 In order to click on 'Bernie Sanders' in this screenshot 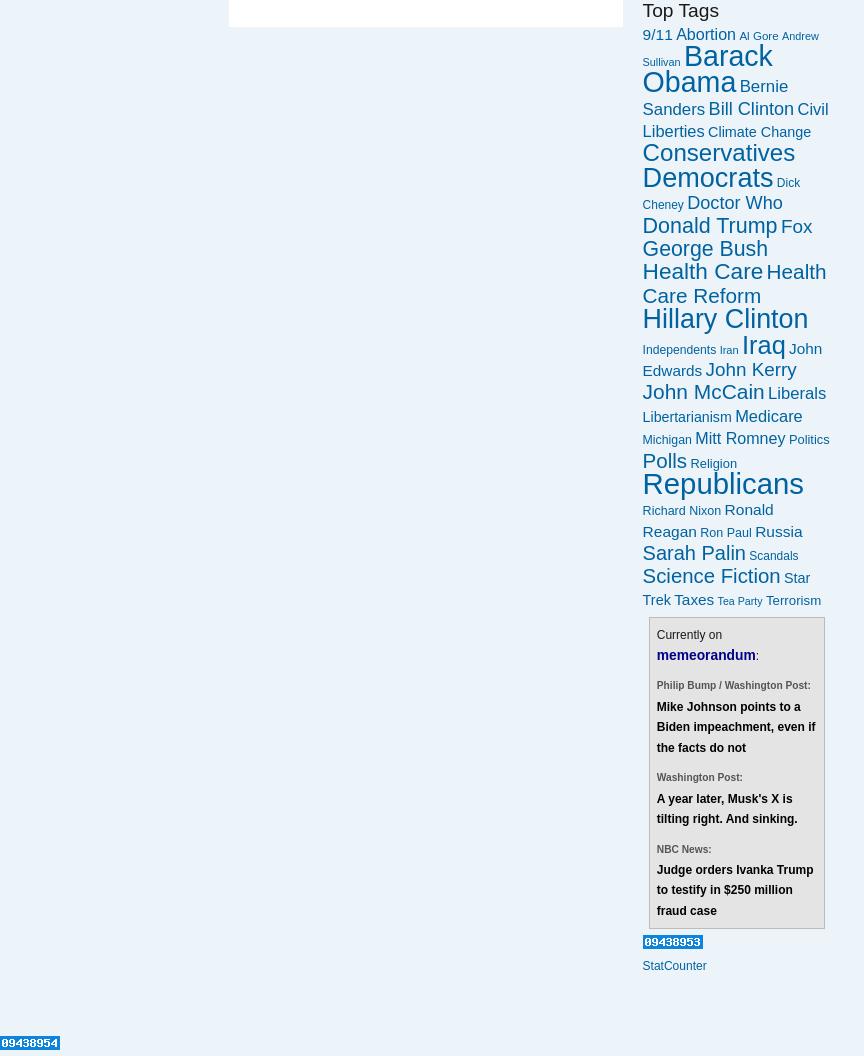, I will do `click(714, 96)`.